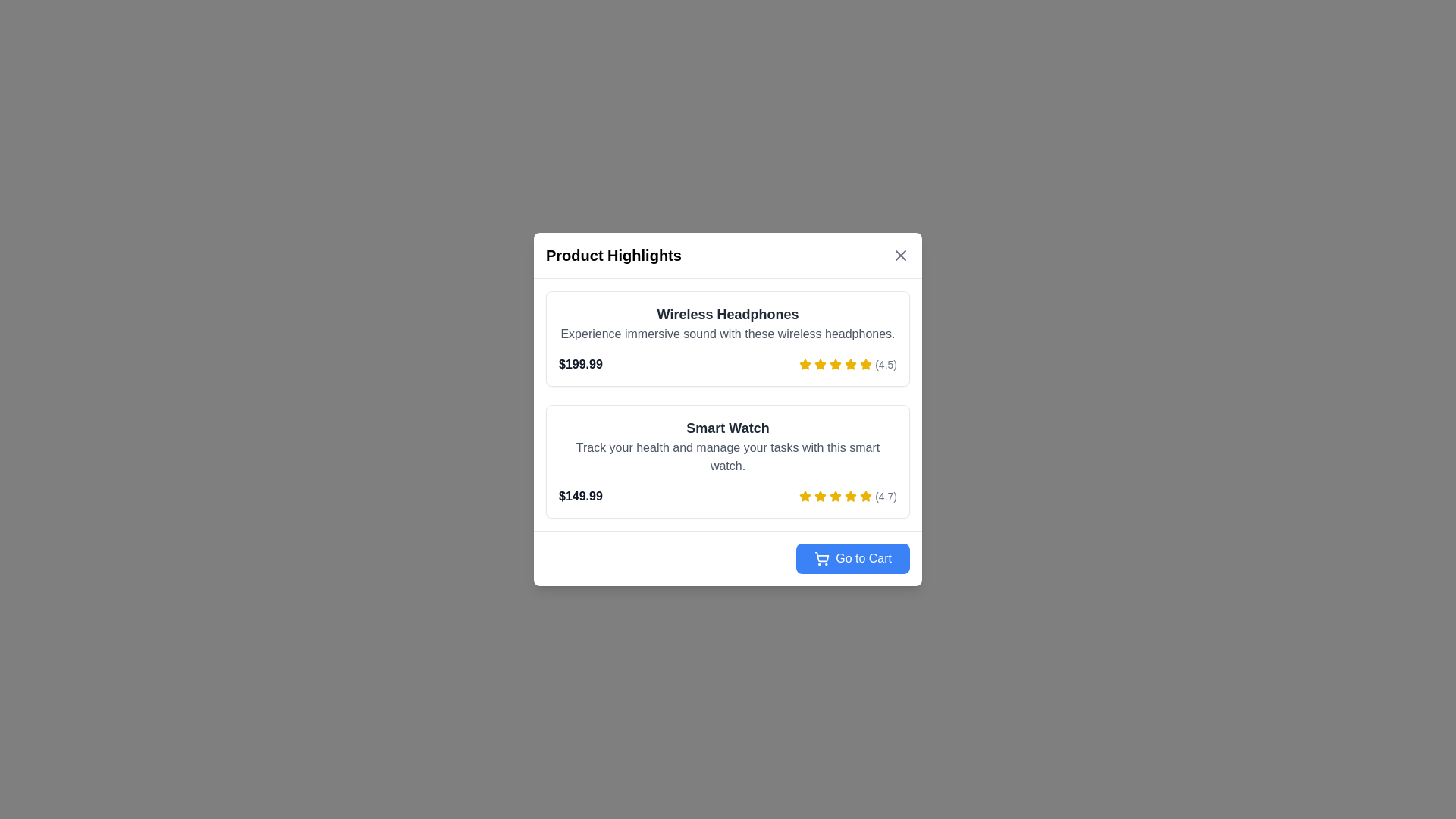  Describe the element at coordinates (851, 497) in the screenshot. I see `the fifth star icon in the rating display for 'Smart Watch' as a rating indicator` at that location.